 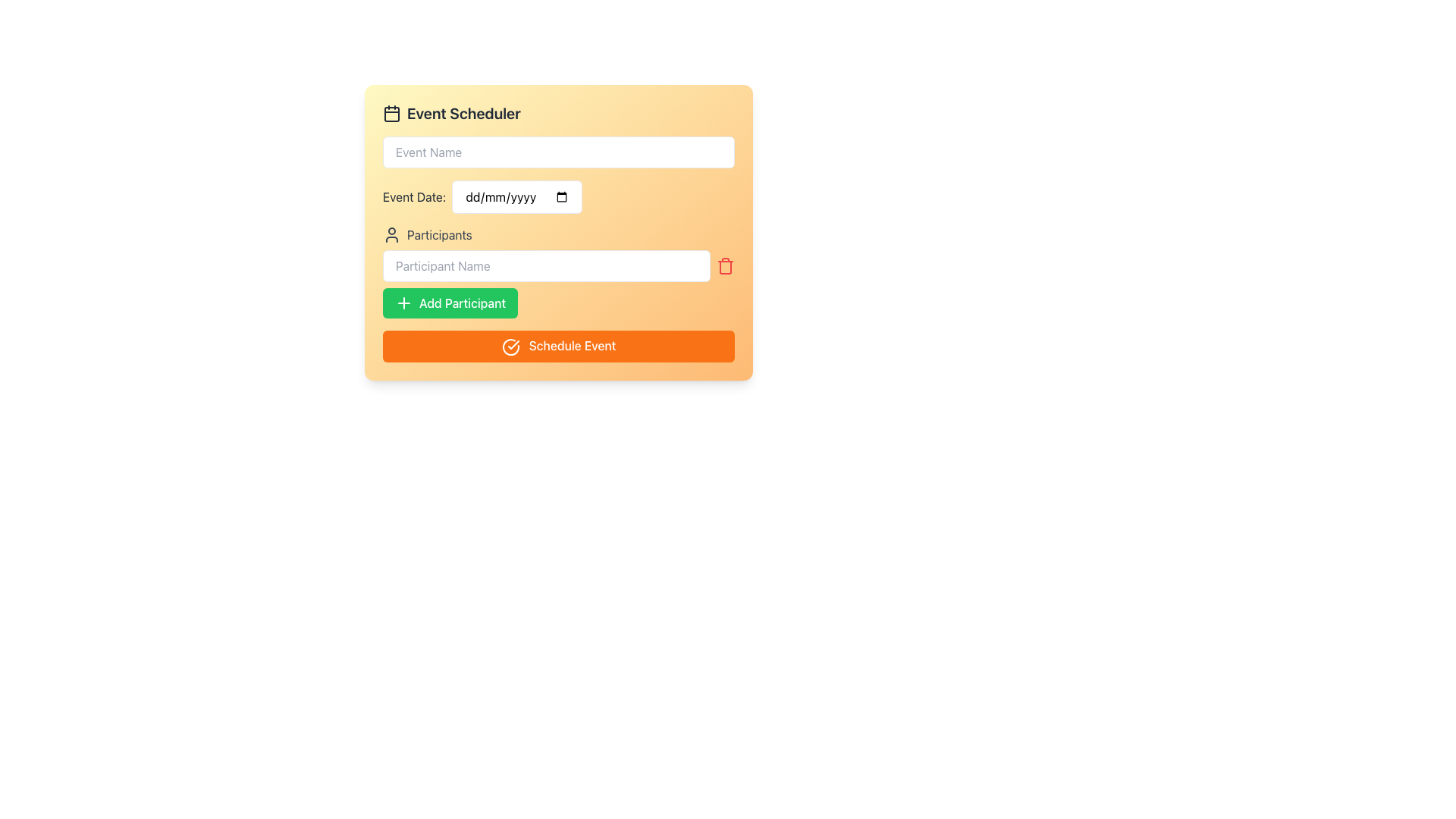 What do you see at coordinates (392, 234) in the screenshot?
I see `the small person silhouette icon located to the left of the 'Participants' label, which is positioned below the 'Event Date' field` at bounding box center [392, 234].